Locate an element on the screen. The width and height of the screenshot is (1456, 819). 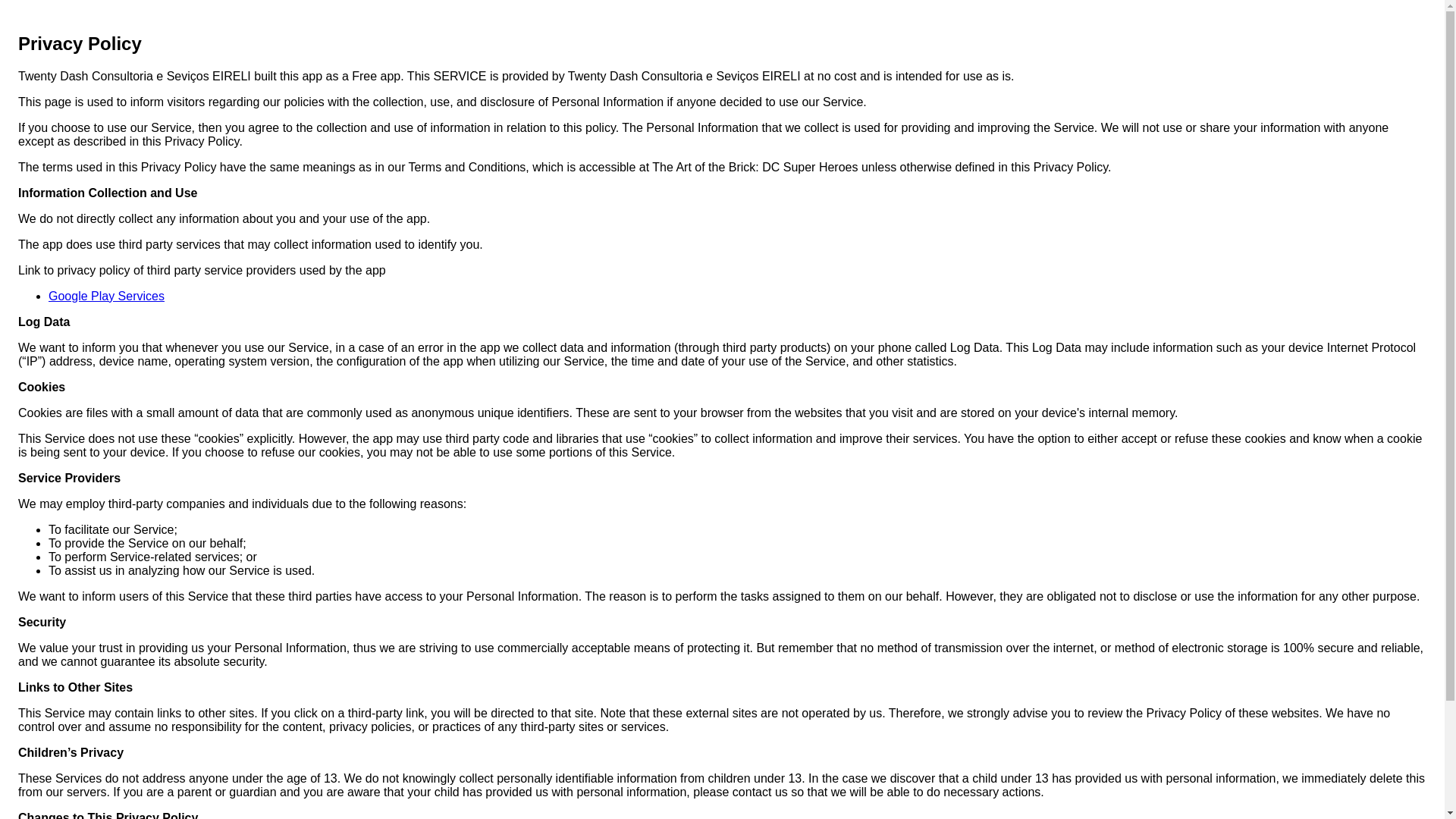
'Google Play Services' is located at coordinates (105, 296).